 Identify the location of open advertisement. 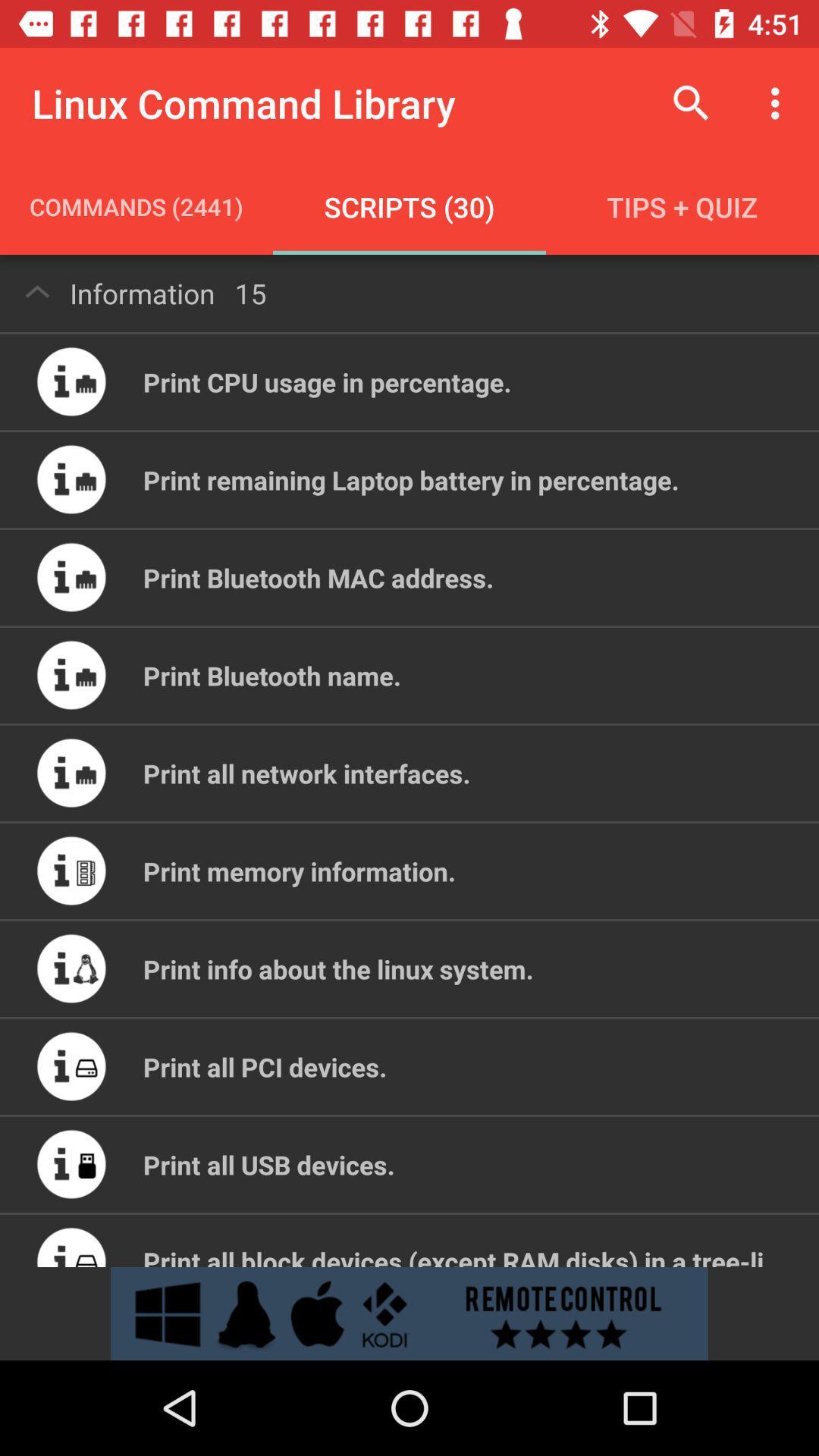
(409, 1313).